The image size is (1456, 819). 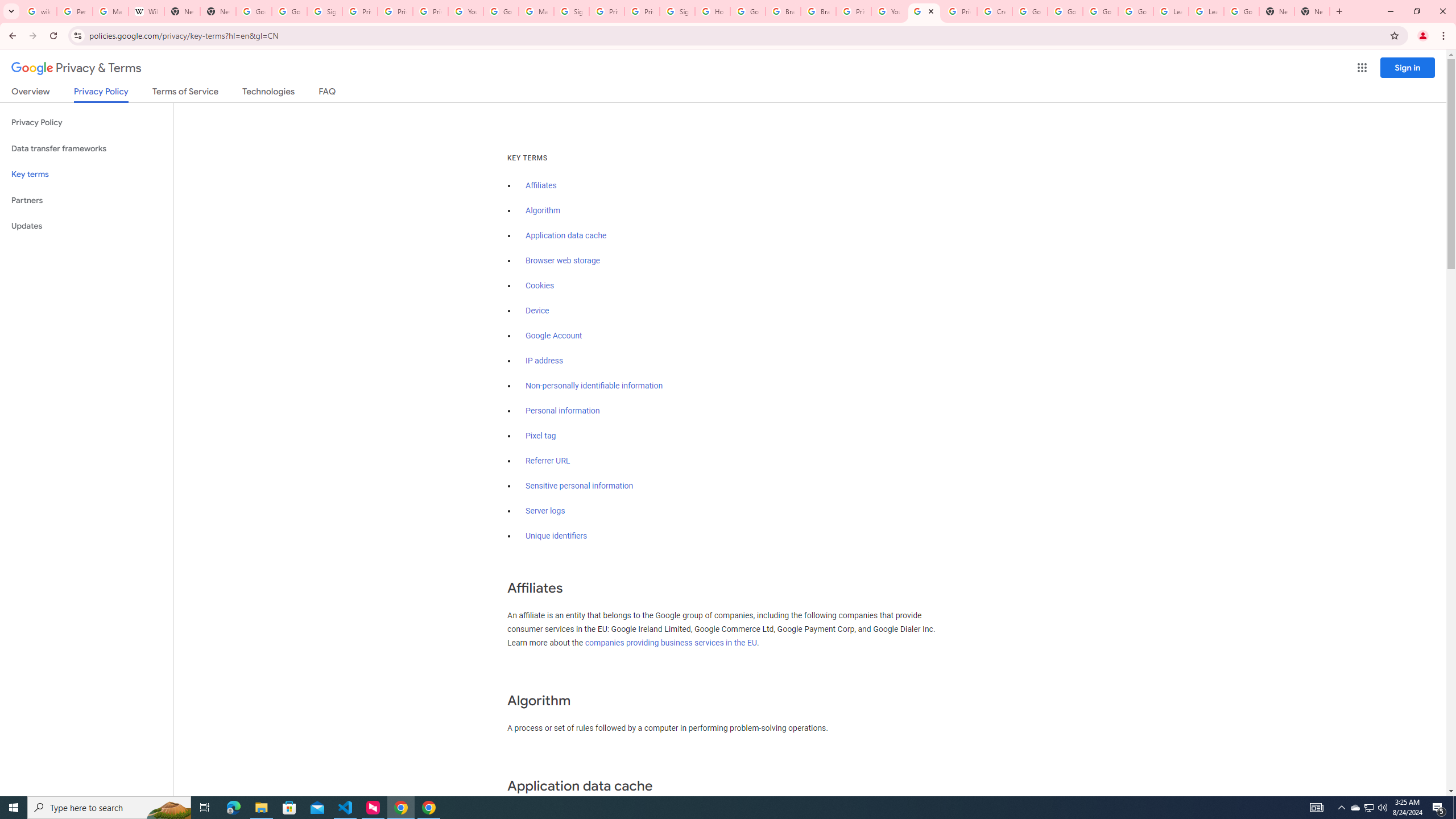 What do you see at coordinates (542, 210) in the screenshot?
I see `'Algorithm'` at bounding box center [542, 210].